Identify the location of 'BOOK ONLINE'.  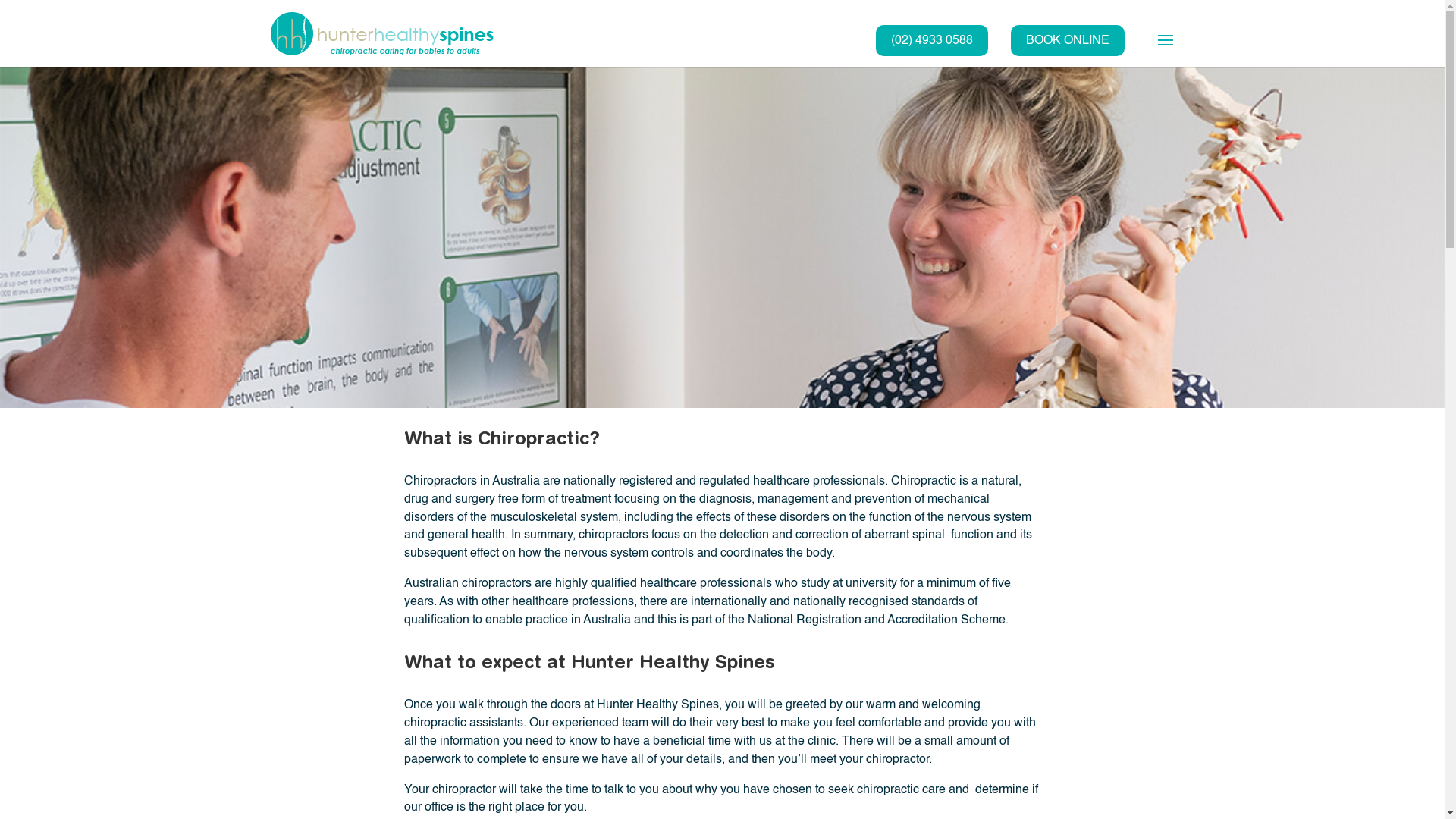
(1065, 40).